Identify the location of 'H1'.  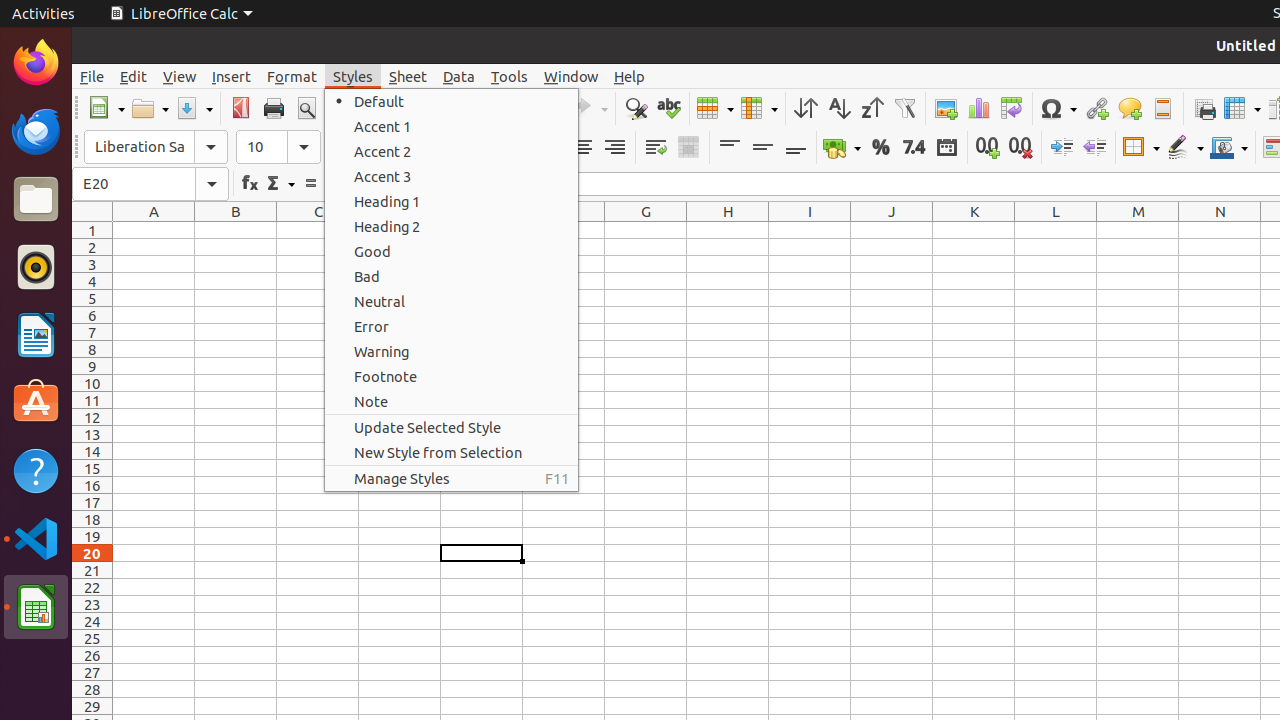
(727, 229).